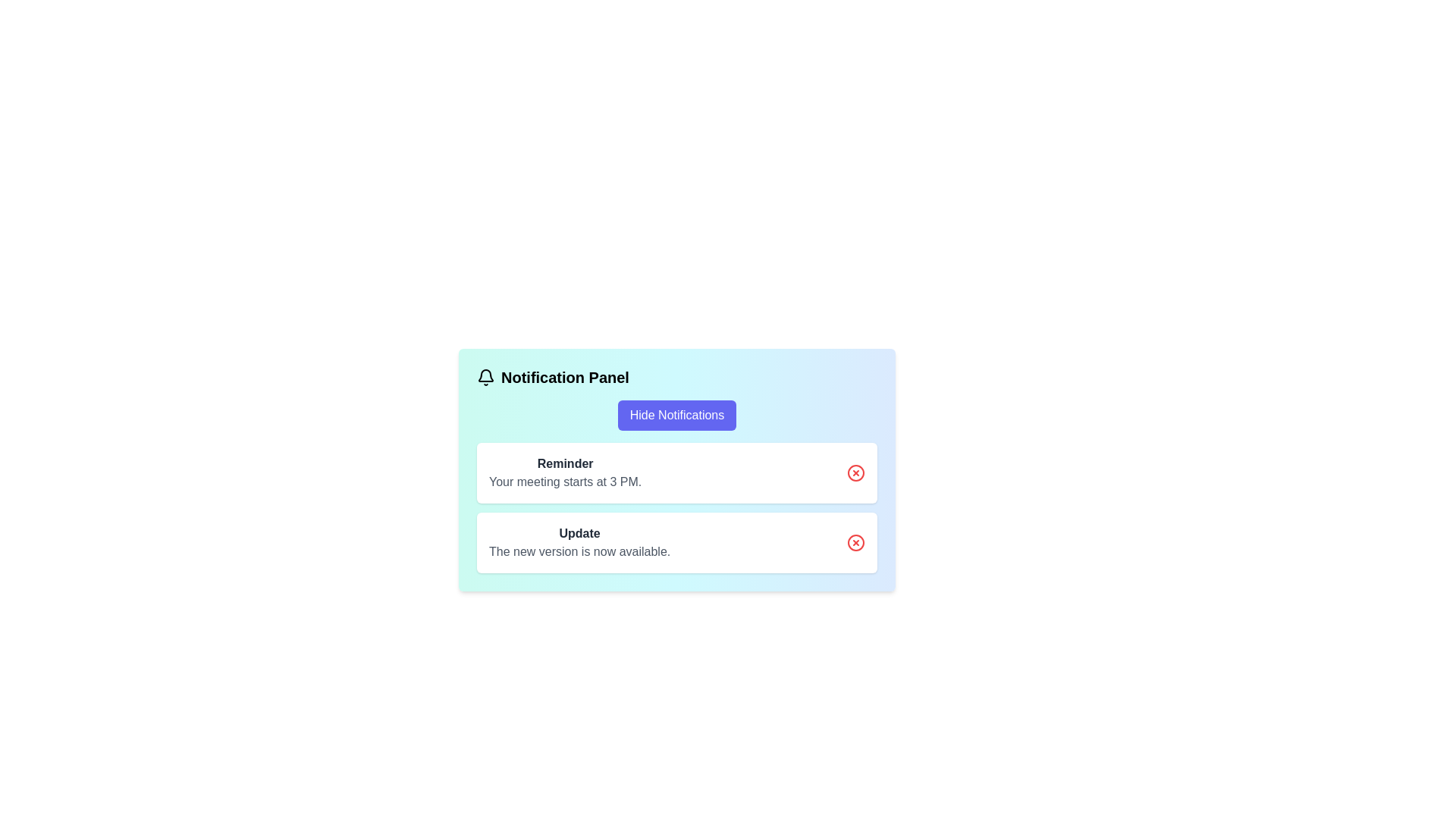 Image resolution: width=1456 pixels, height=819 pixels. What do you see at coordinates (855, 472) in the screenshot?
I see `the outer circular boundary of the close button located in the top-right section of the 'Reminder' notification` at bounding box center [855, 472].